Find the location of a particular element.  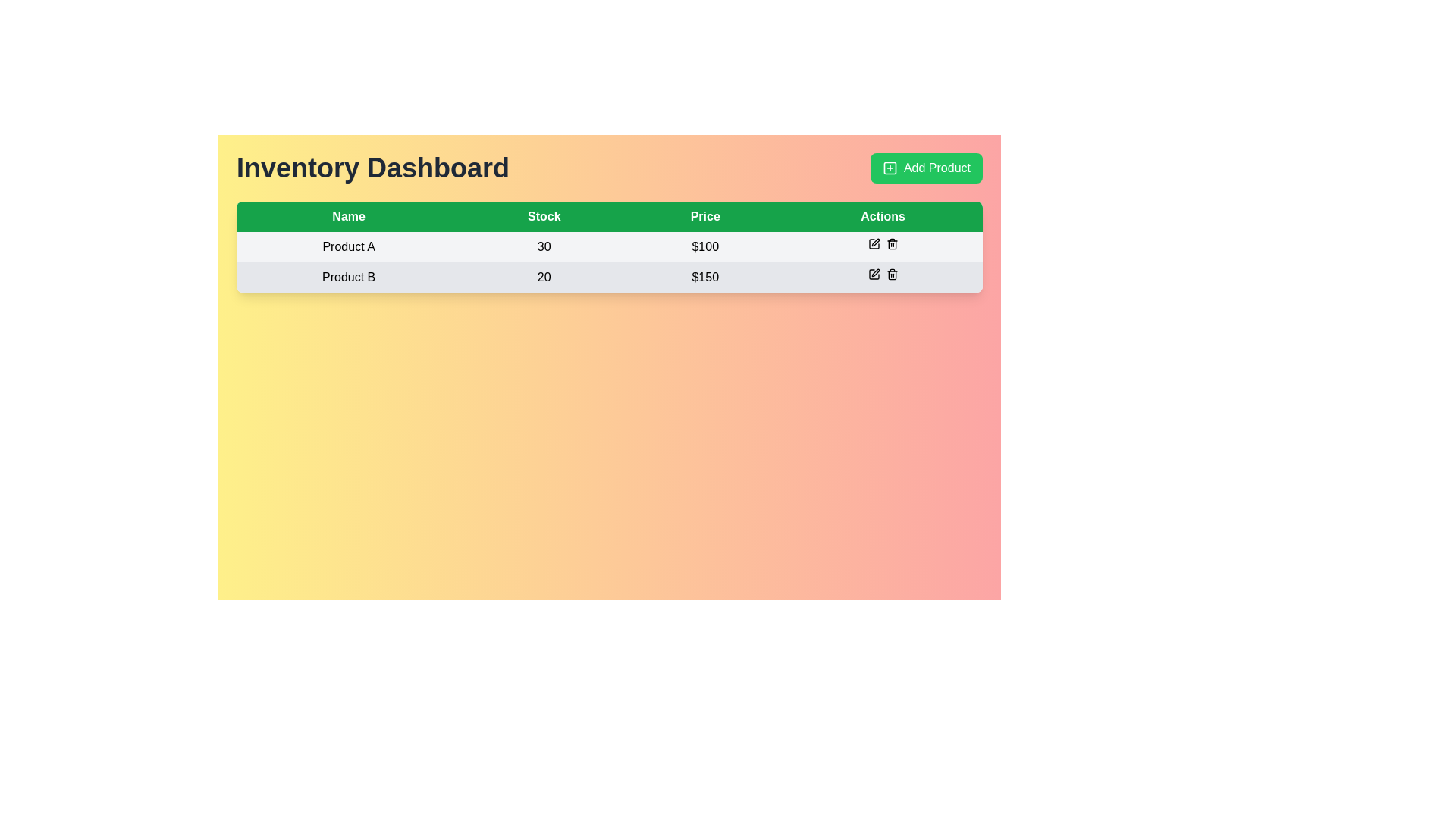

displayed number in the text field showing '20' located in the second row of the table under the 'Stock' column, adjacent to 'Product B' on the left and '$150' on the right is located at coordinates (544, 278).